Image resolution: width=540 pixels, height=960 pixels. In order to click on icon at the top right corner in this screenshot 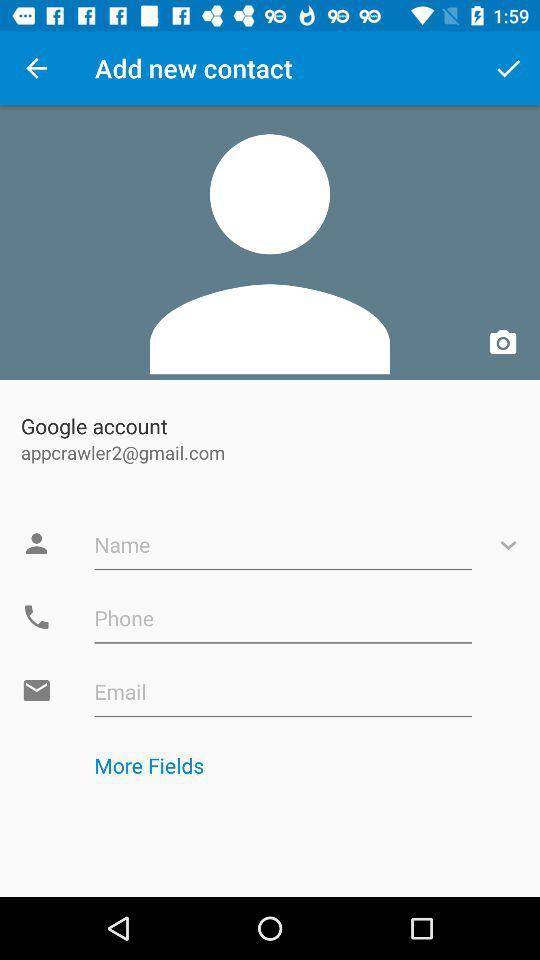, I will do `click(508, 68)`.